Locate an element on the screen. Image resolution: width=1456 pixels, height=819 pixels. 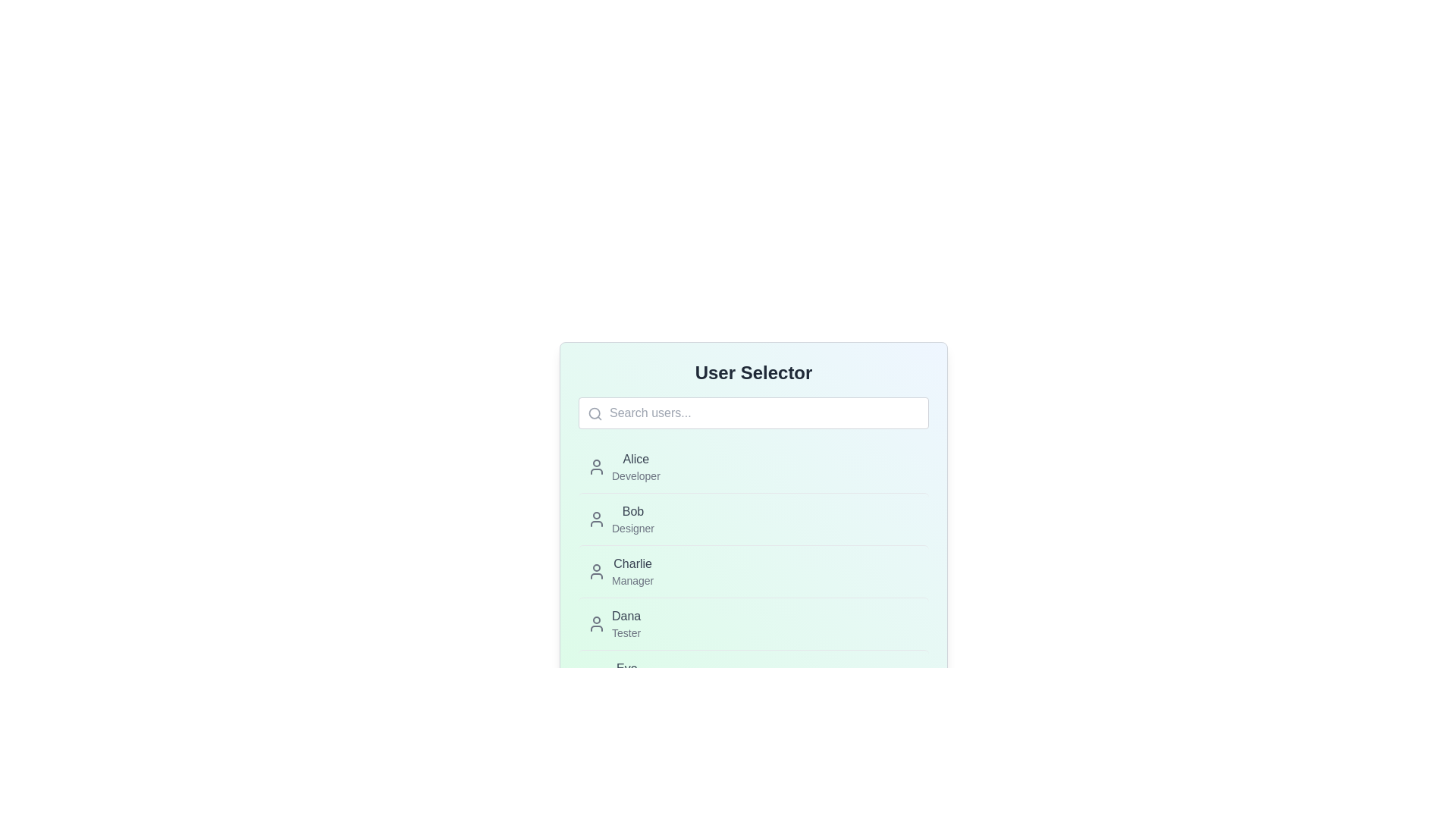
the user icon representing 'Dana Tester' in the user selection list, which is located to the left of the name is located at coordinates (596, 623).